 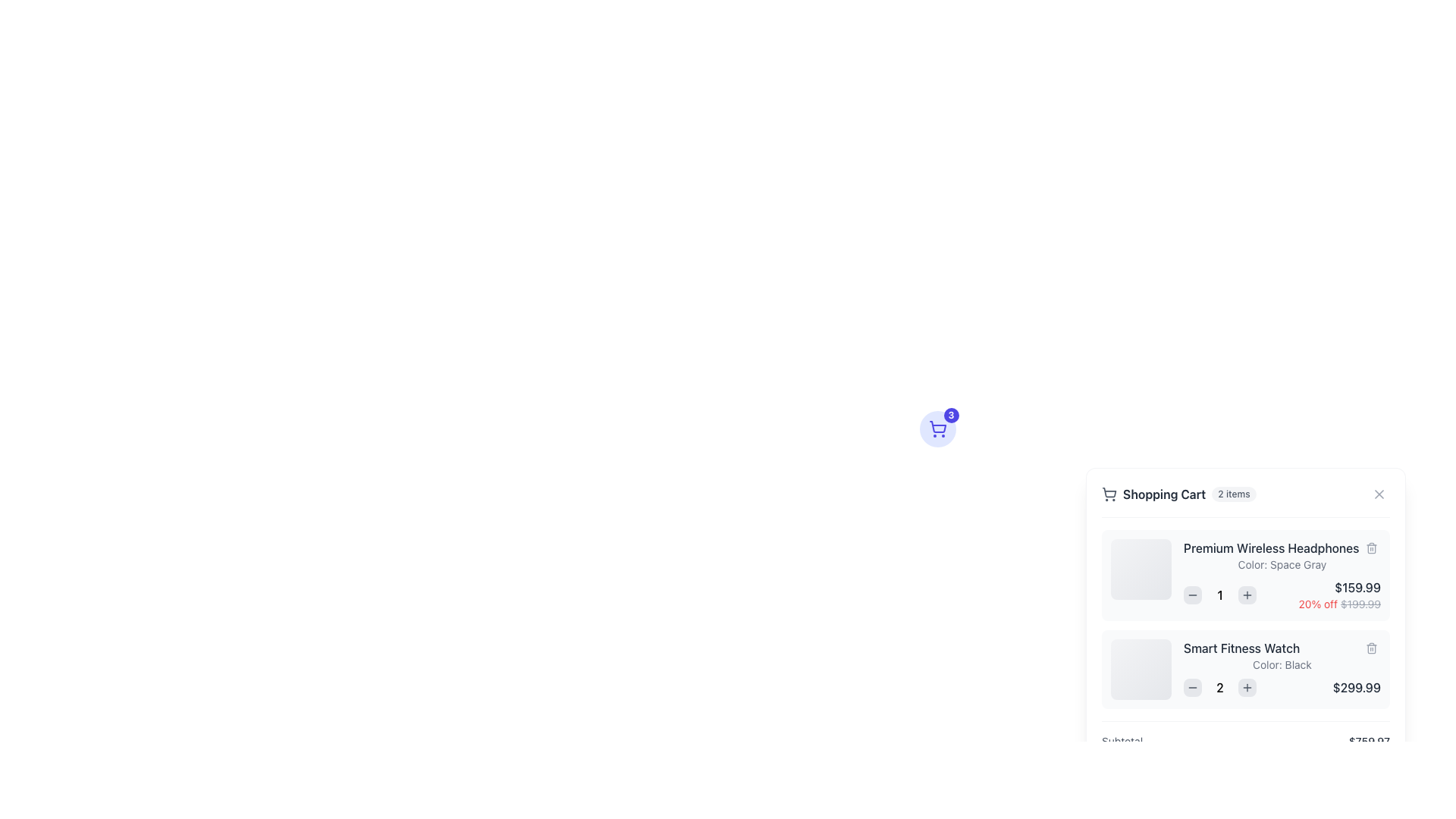 I want to click on the close button represented as an 'X' shape, so click(x=1379, y=494).